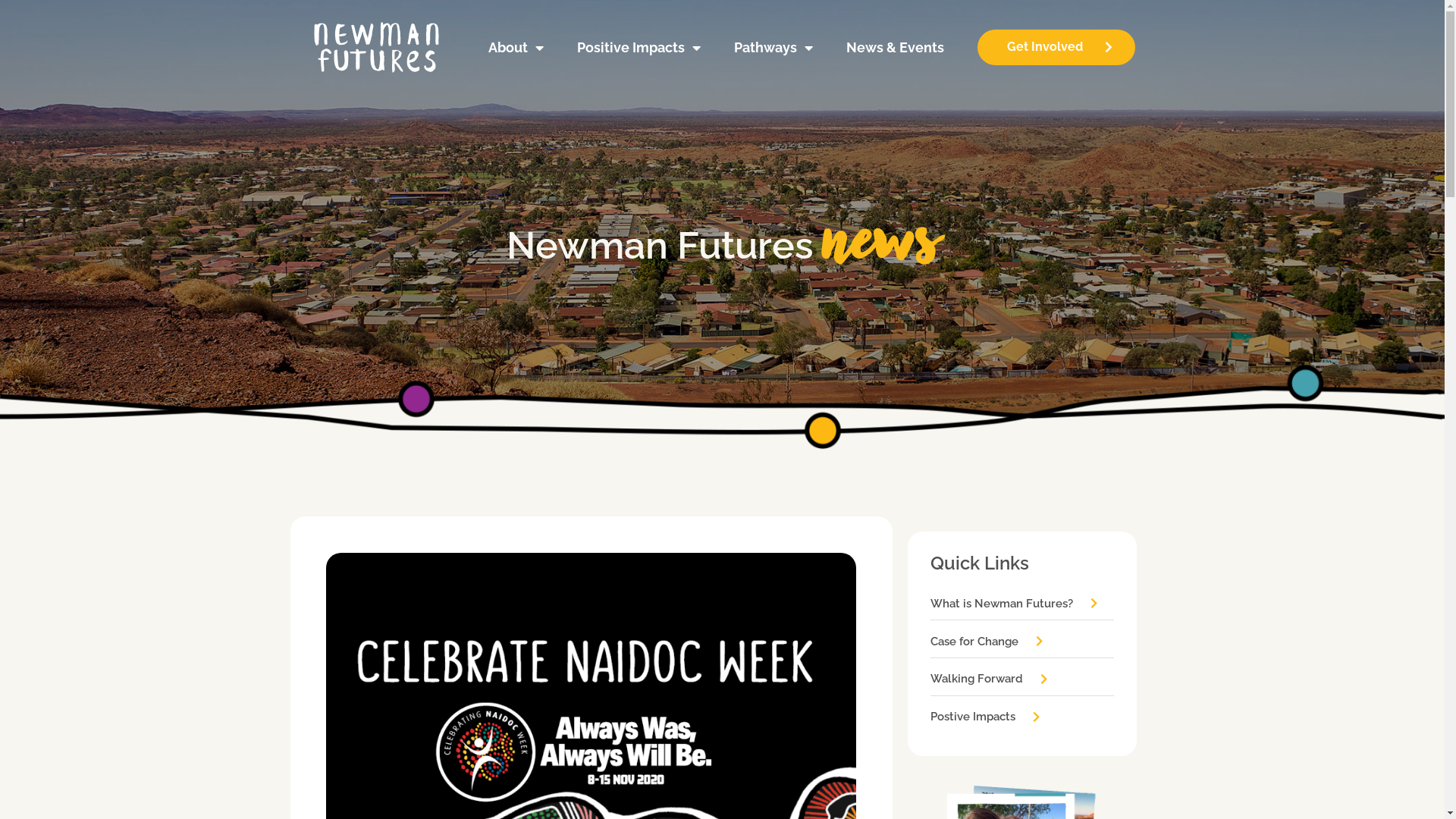  I want to click on 'Positive Impacts', so click(563, 46).